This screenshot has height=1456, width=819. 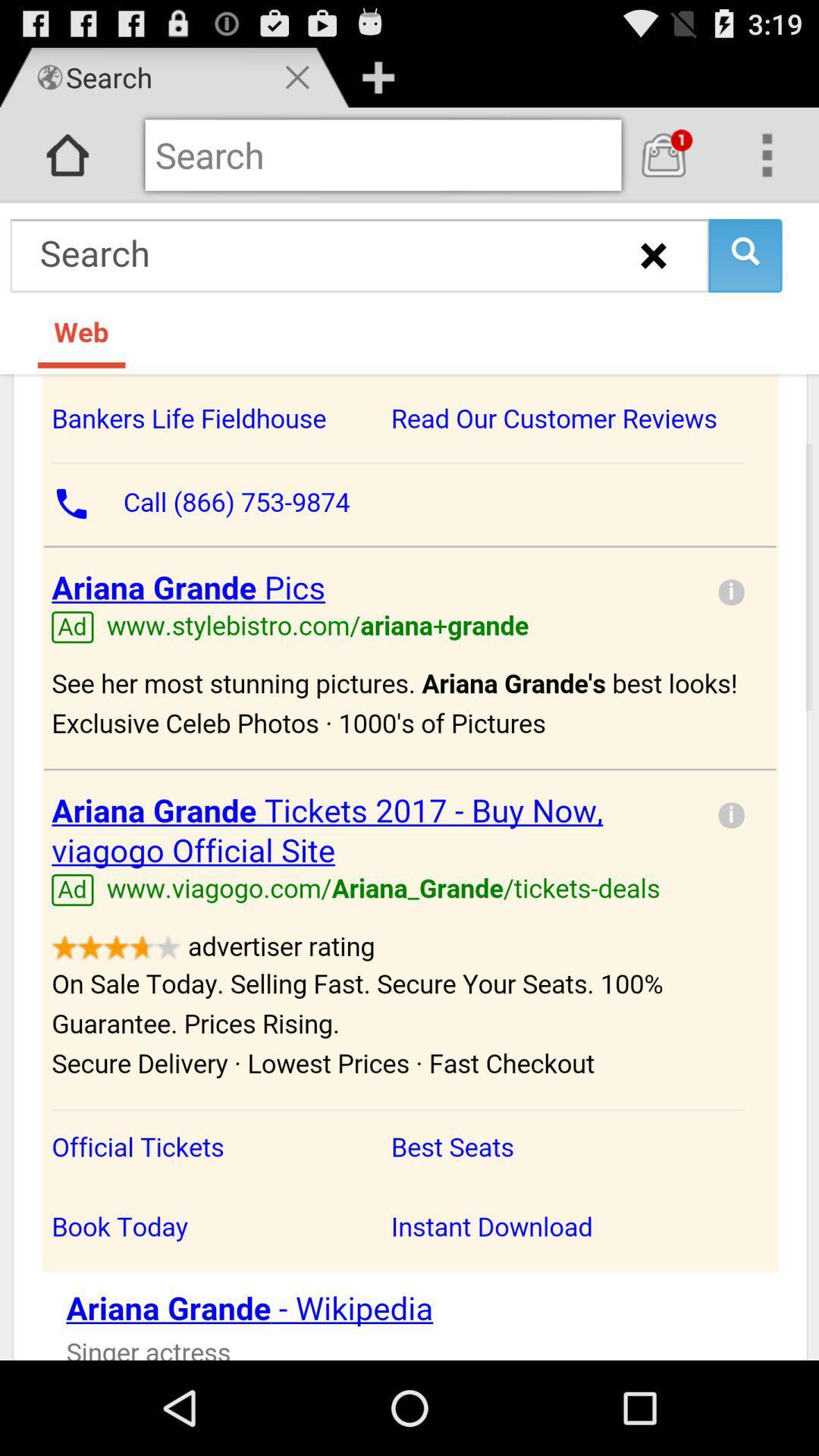 I want to click on the add icon, so click(x=378, y=82).